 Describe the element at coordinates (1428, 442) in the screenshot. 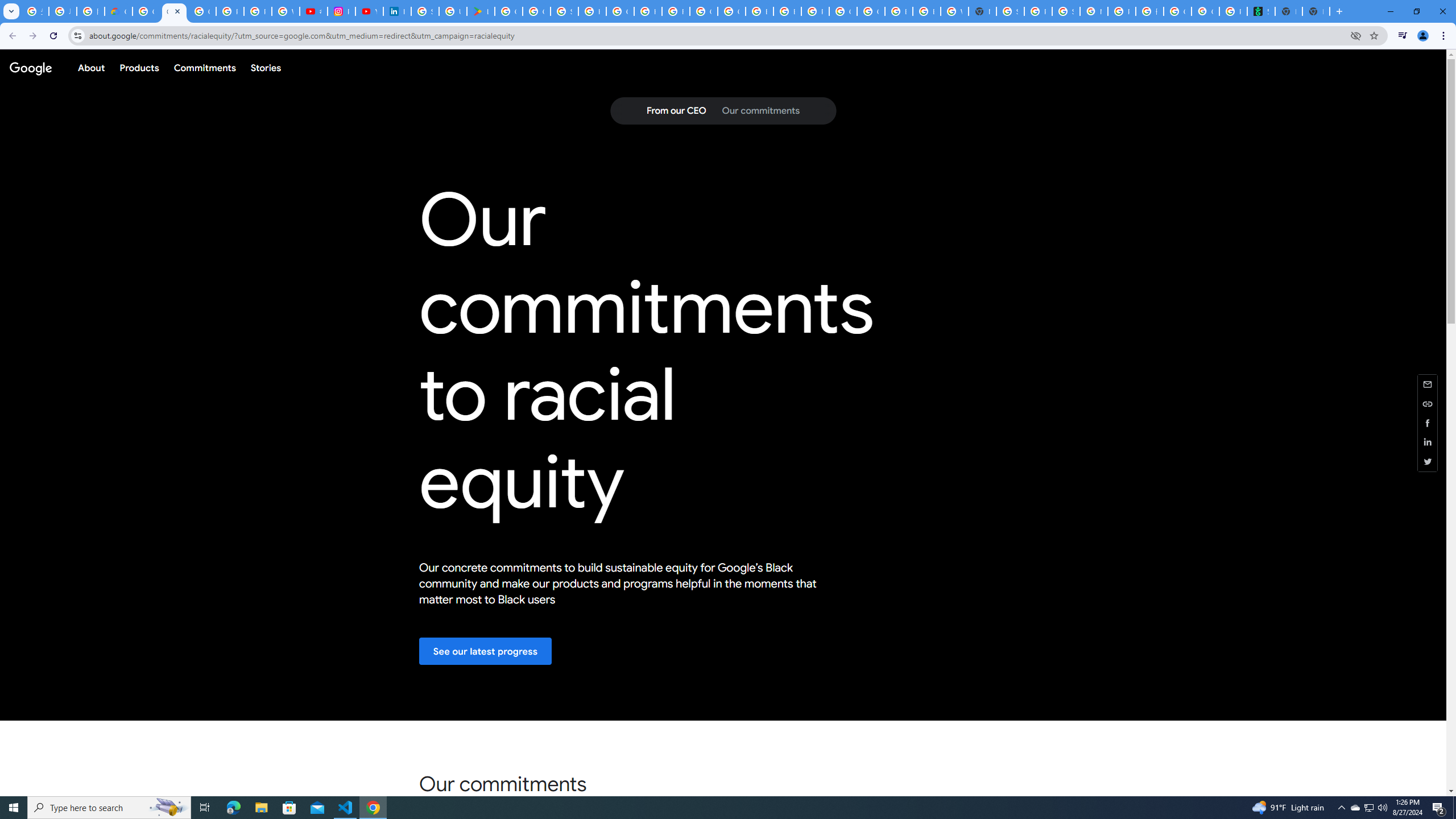

I see `'Share this page (LinkedIn)'` at that location.